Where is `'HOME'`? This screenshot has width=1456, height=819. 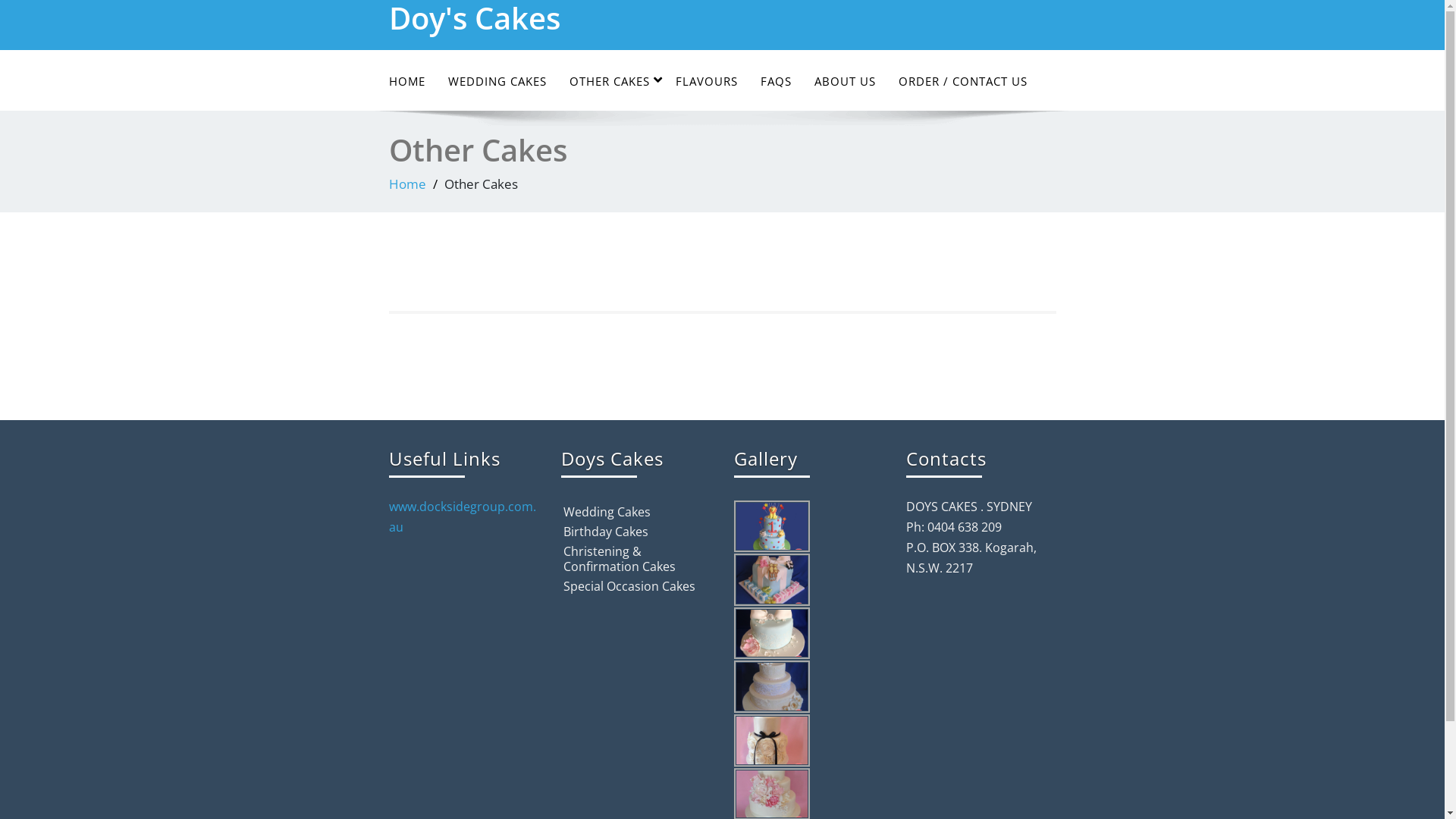 'HOME' is located at coordinates (407, 81).